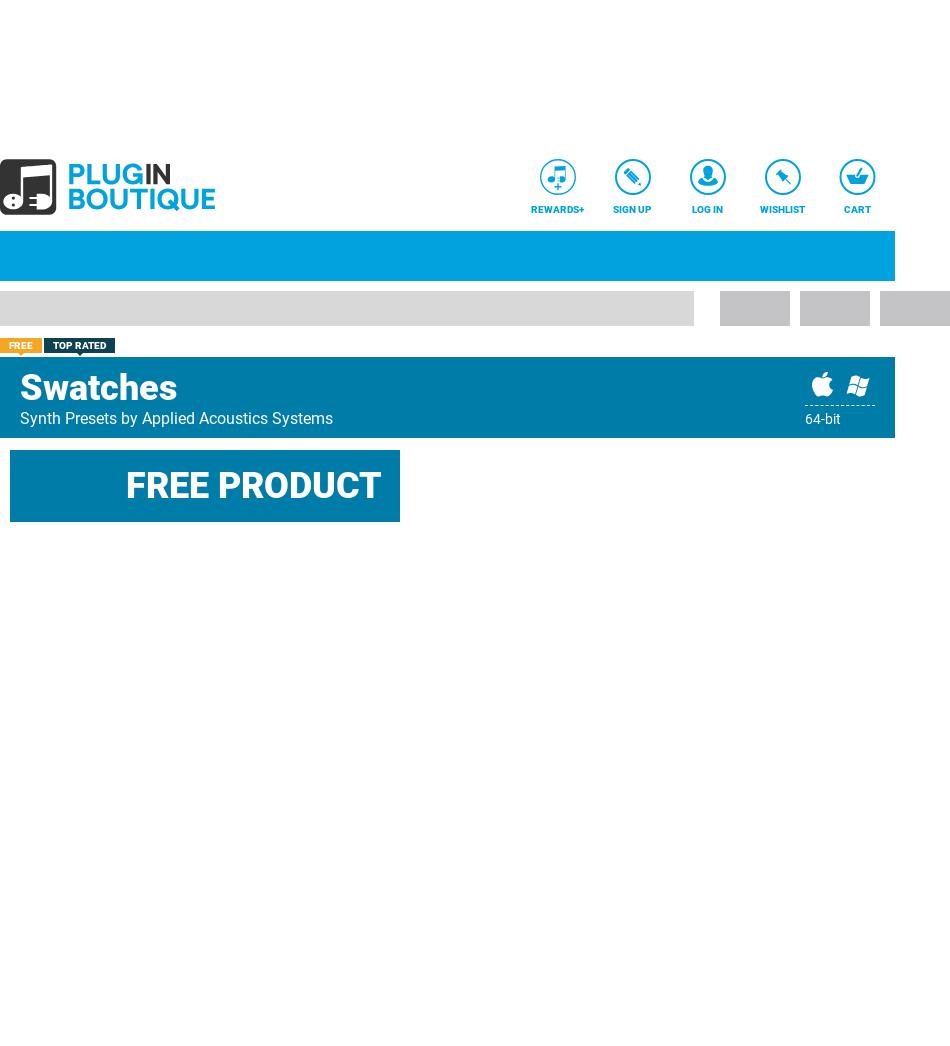  What do you see at coordinates (781, 209) in the screenshot?
I see `'Wishlist'` at bounding box center [781, 209].